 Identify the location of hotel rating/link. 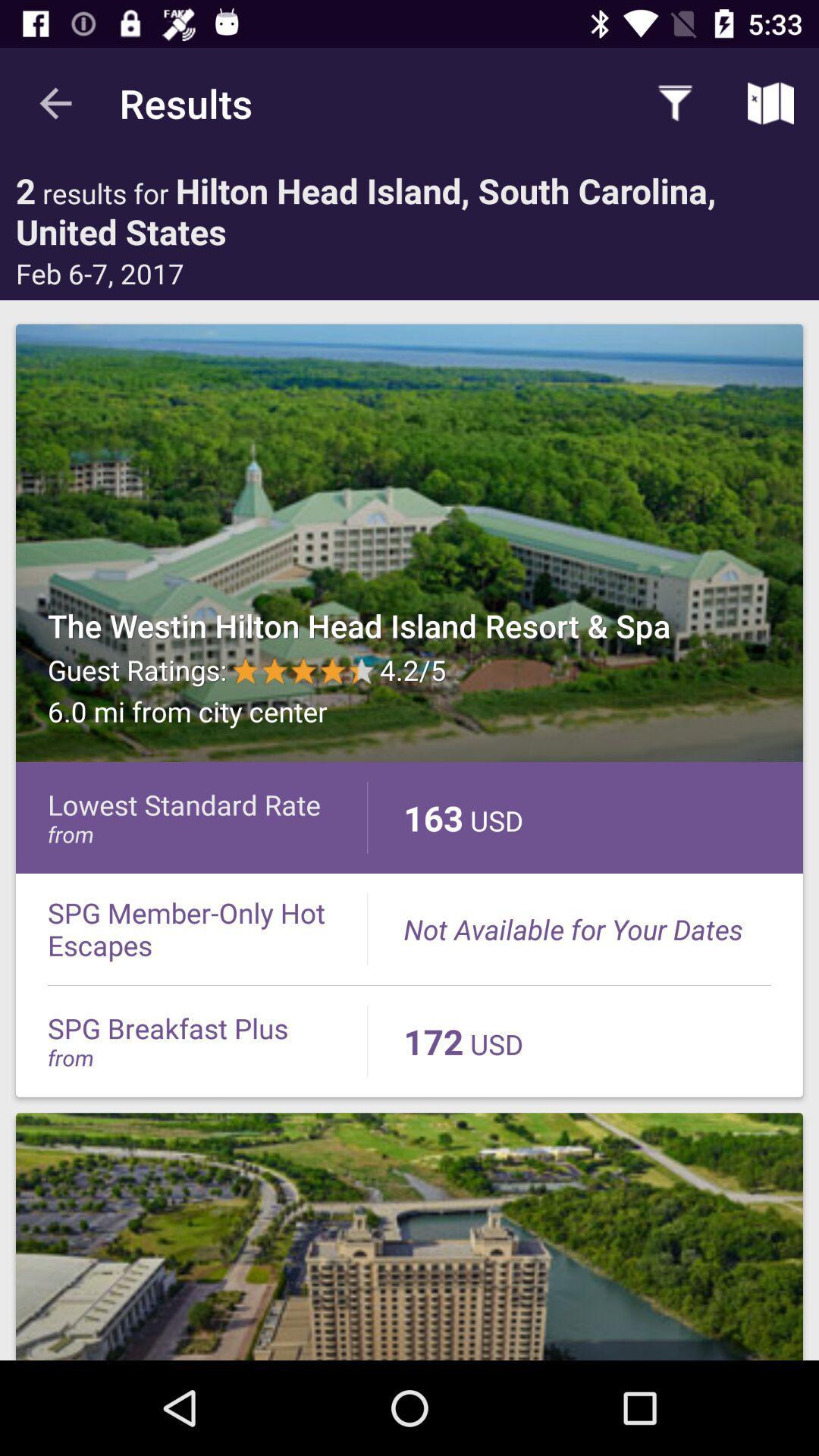
(409, 543).